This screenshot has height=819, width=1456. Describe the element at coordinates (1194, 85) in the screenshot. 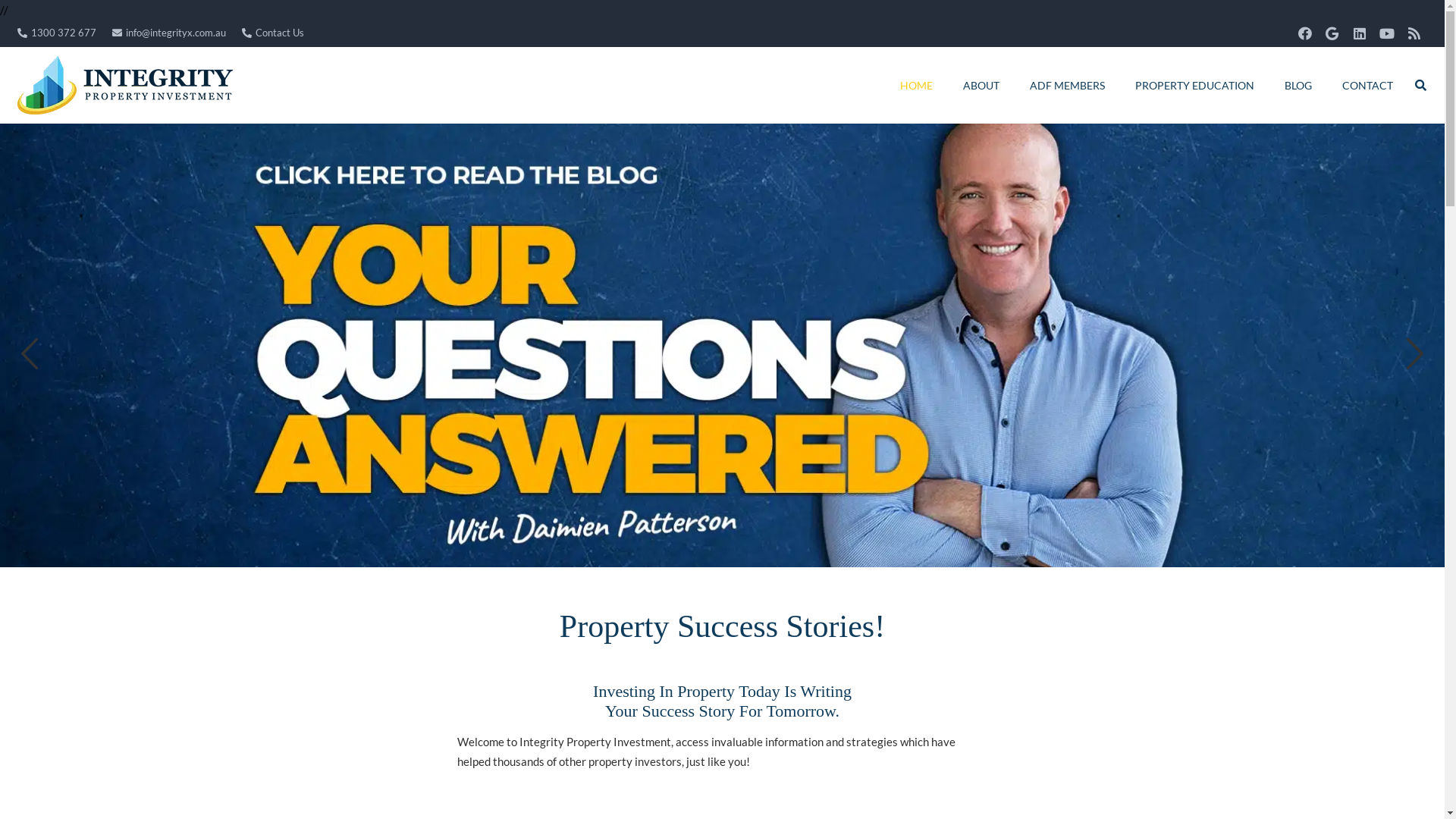

I see `'PROPERTY EDUCATION'` at that location.